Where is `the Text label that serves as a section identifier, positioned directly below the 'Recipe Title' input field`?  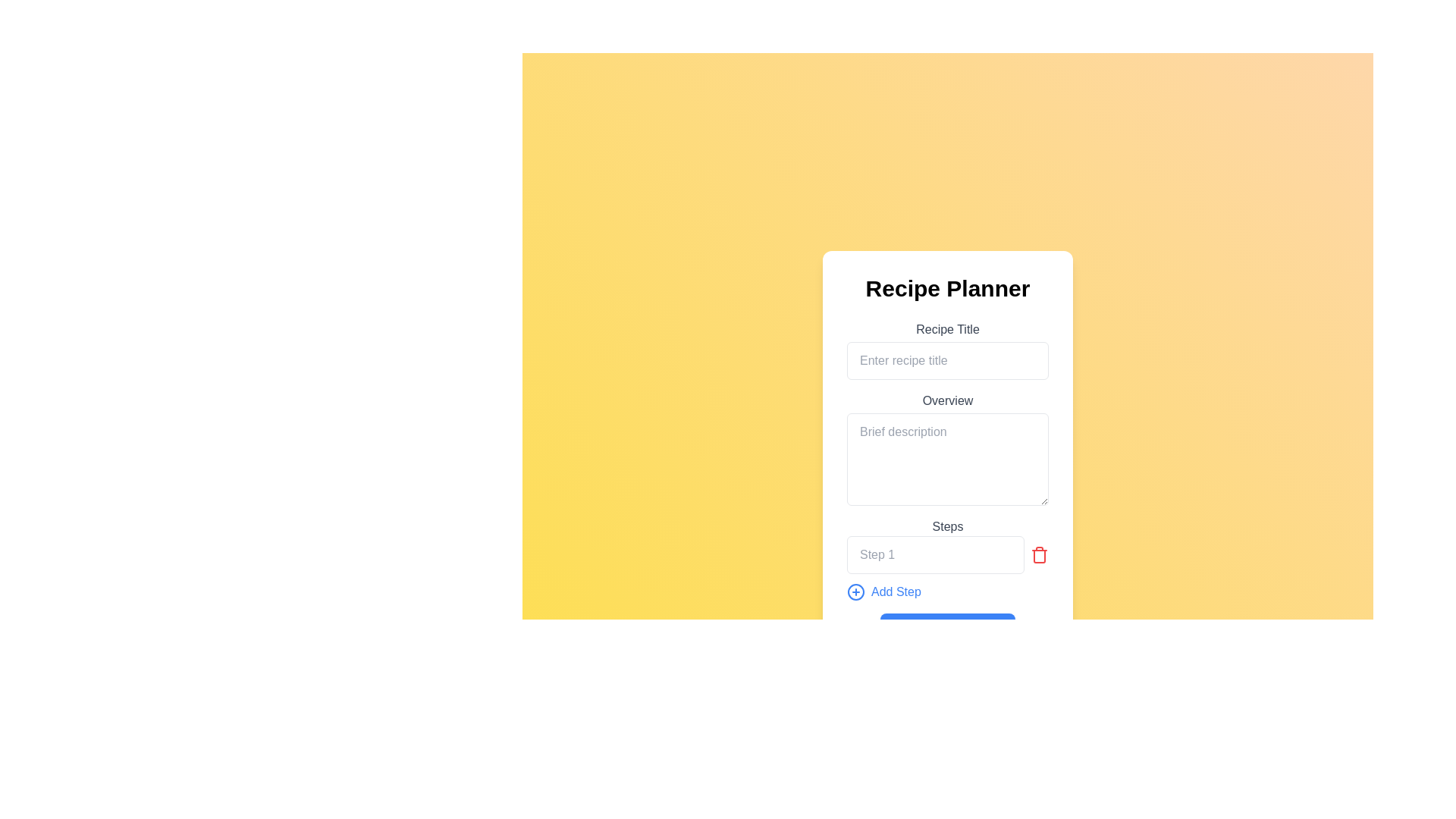 the Text label that serves as a section identifier, positioned directly below the 'Recipe Title' input field is located at coordinates (946, 400).